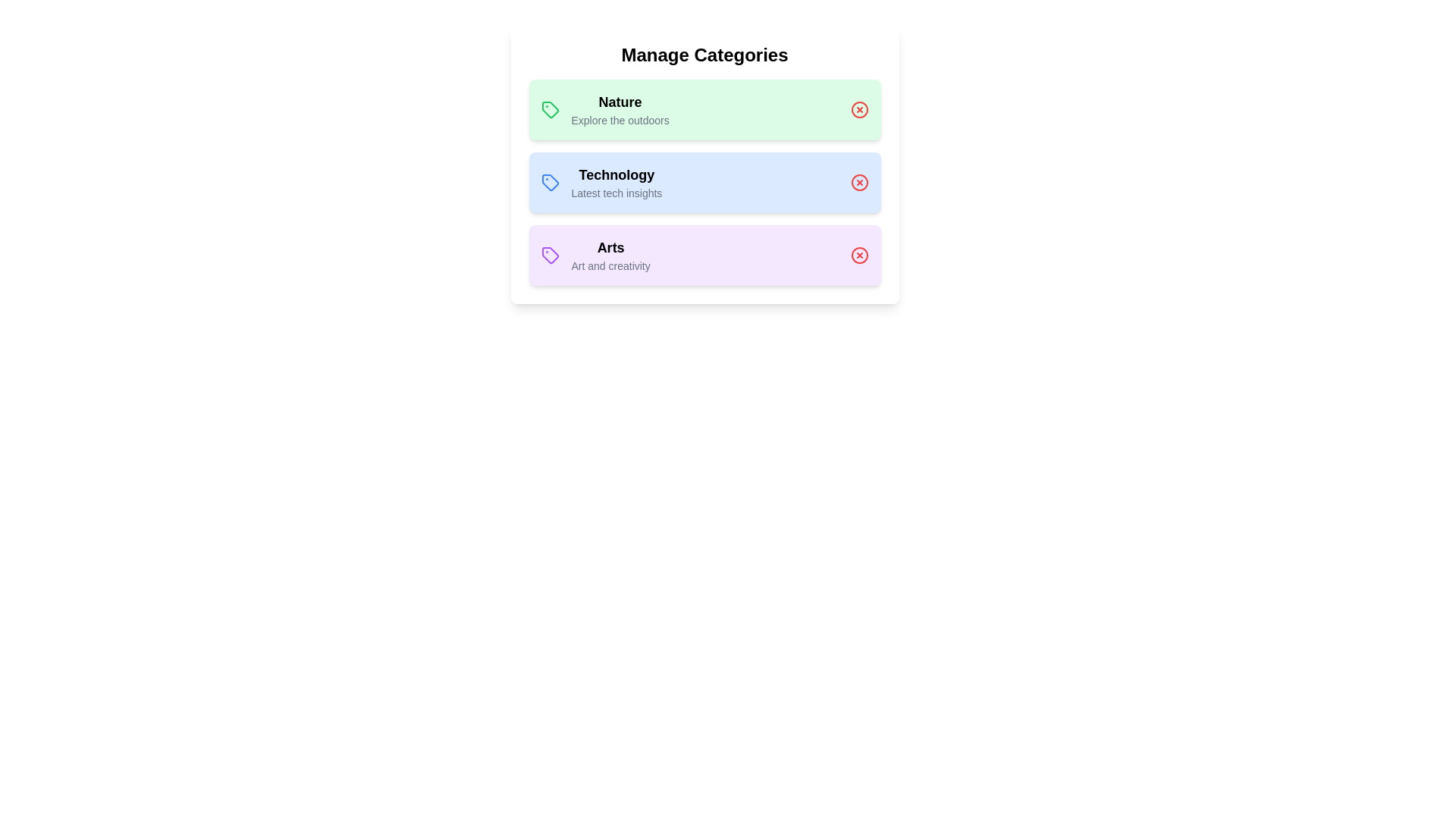  I want to click on the category Arts to see its tooltip or effect, so click(704, 254).